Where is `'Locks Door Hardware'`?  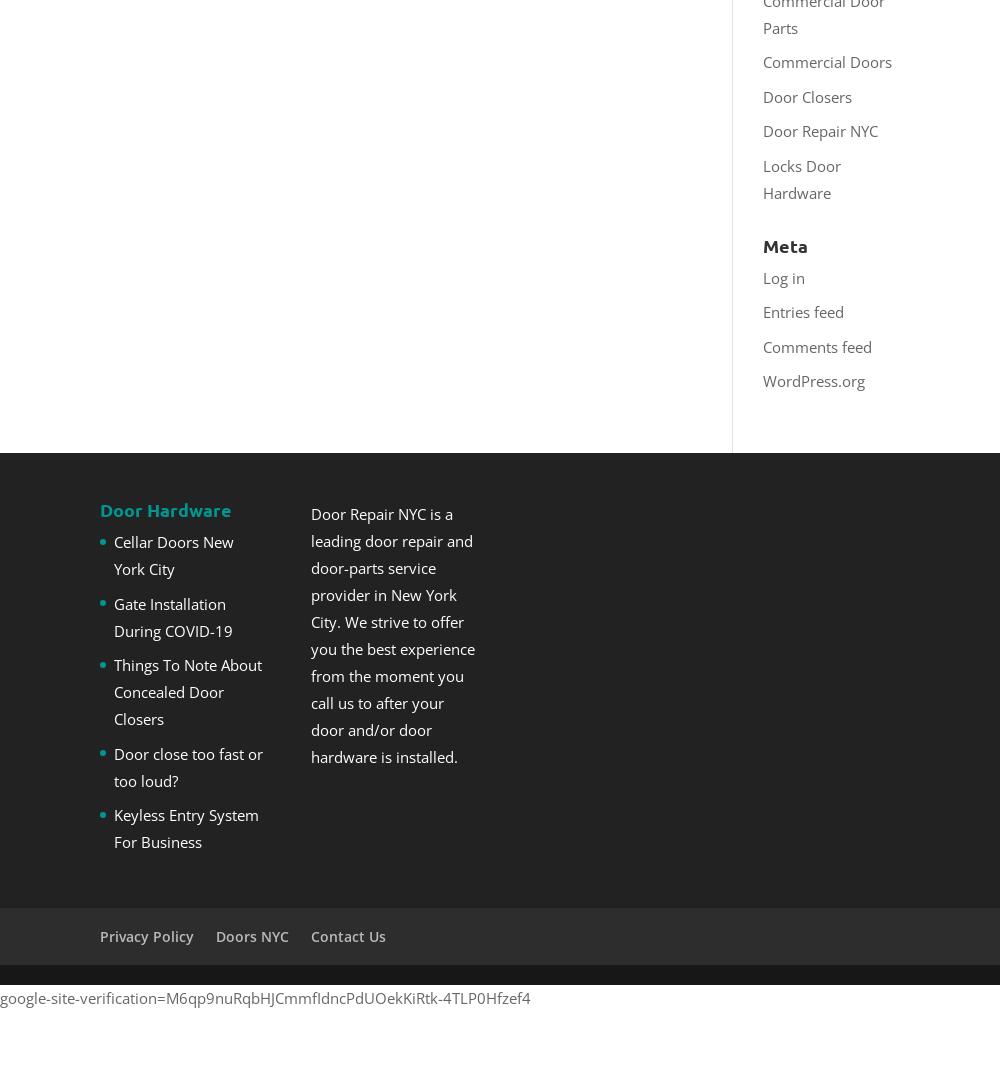 'Locks Door Hardware' is located at coordinates (802, 178).